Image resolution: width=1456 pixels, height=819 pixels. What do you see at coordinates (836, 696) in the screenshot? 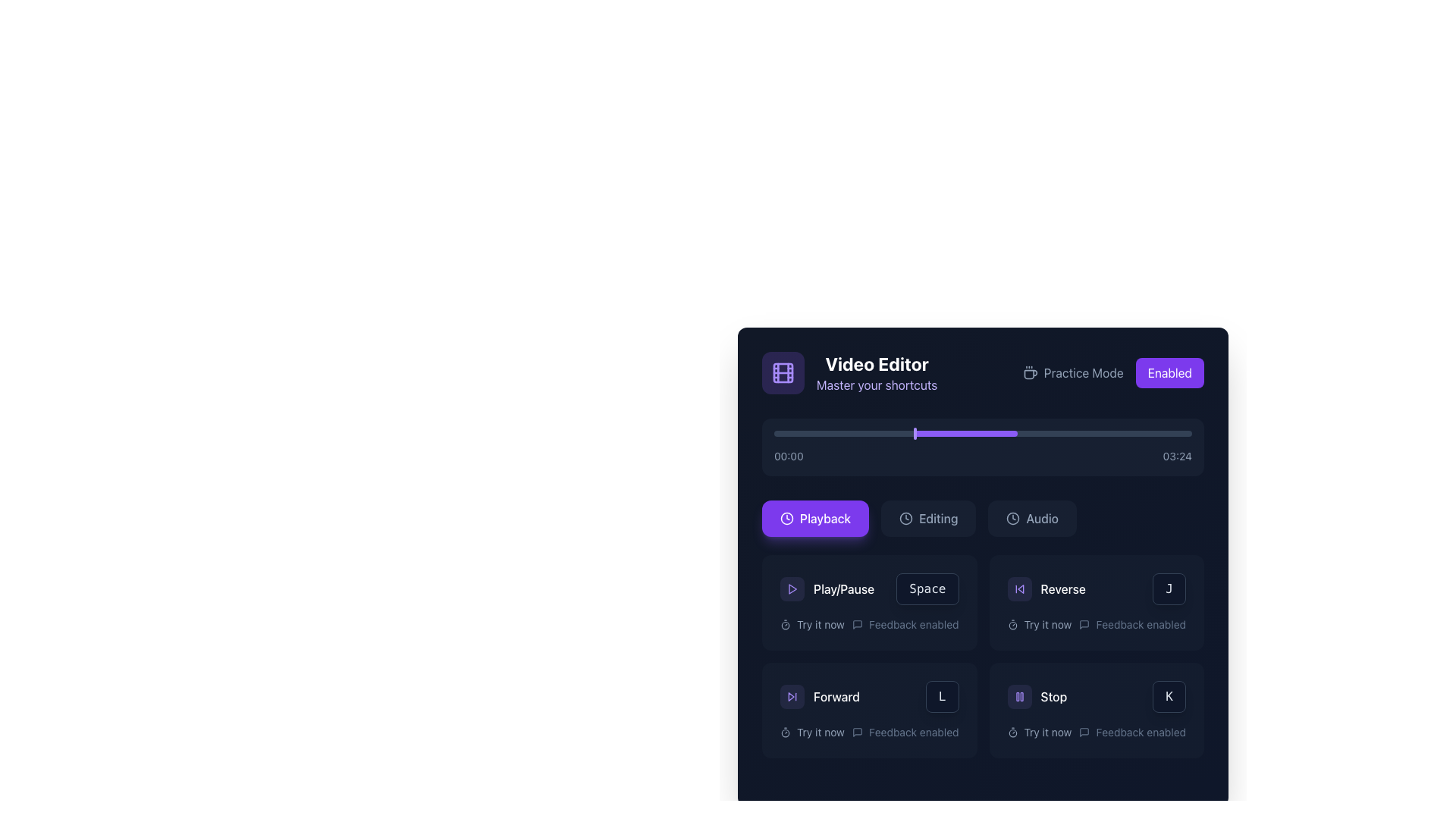
I see `the 'Forward' text label which is styled in white on a dark background, indicating media navigation controls` at bounding box center [836, 696].